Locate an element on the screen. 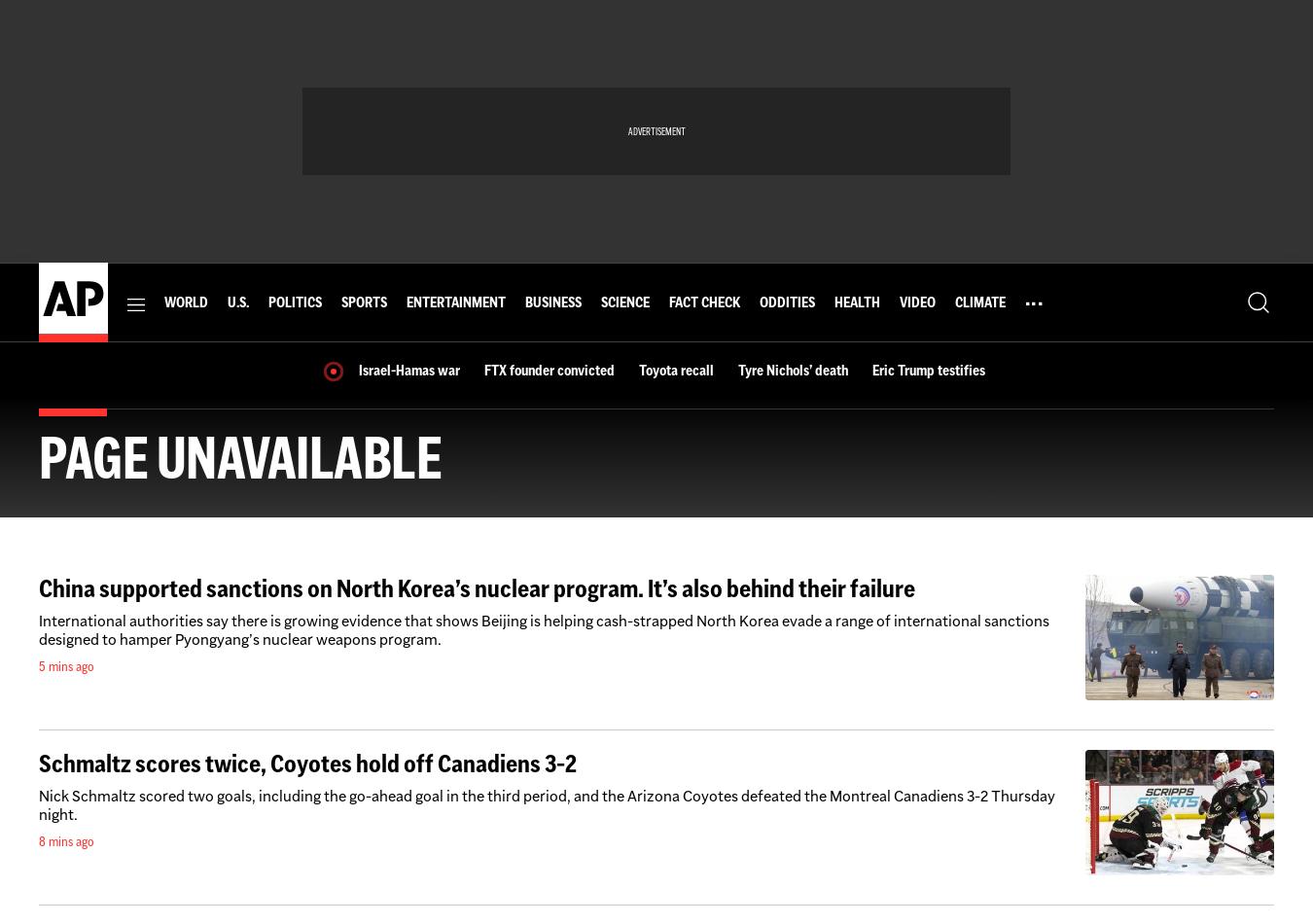  'Politics' is located at coordinates (293, 302).